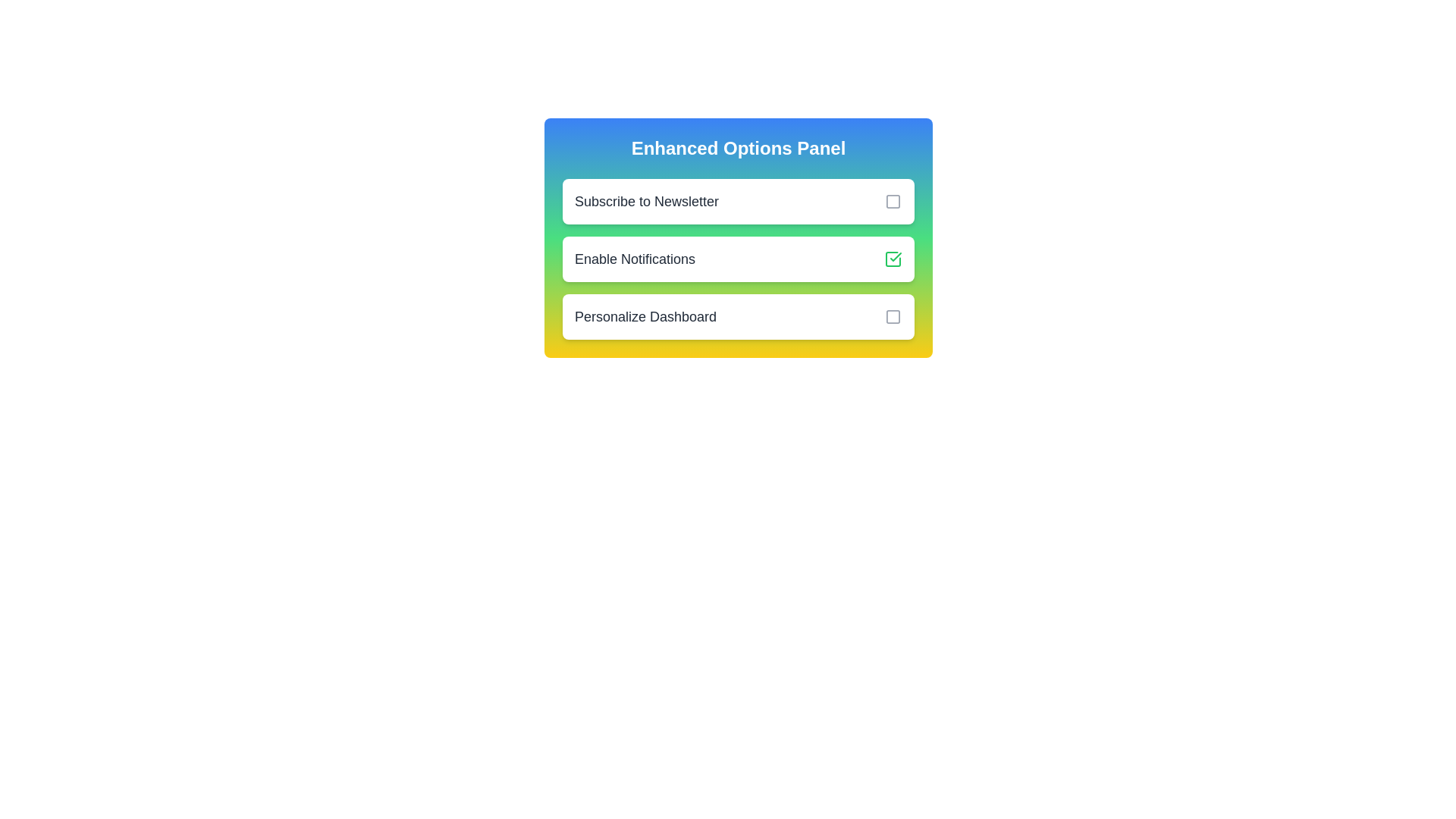 The image size is (1456, 819). Describe the element at coordinates (893, 315) in the screenshot. I see `the checkbox next to 'Personalize Dashboard' to toggle its state` at that location.